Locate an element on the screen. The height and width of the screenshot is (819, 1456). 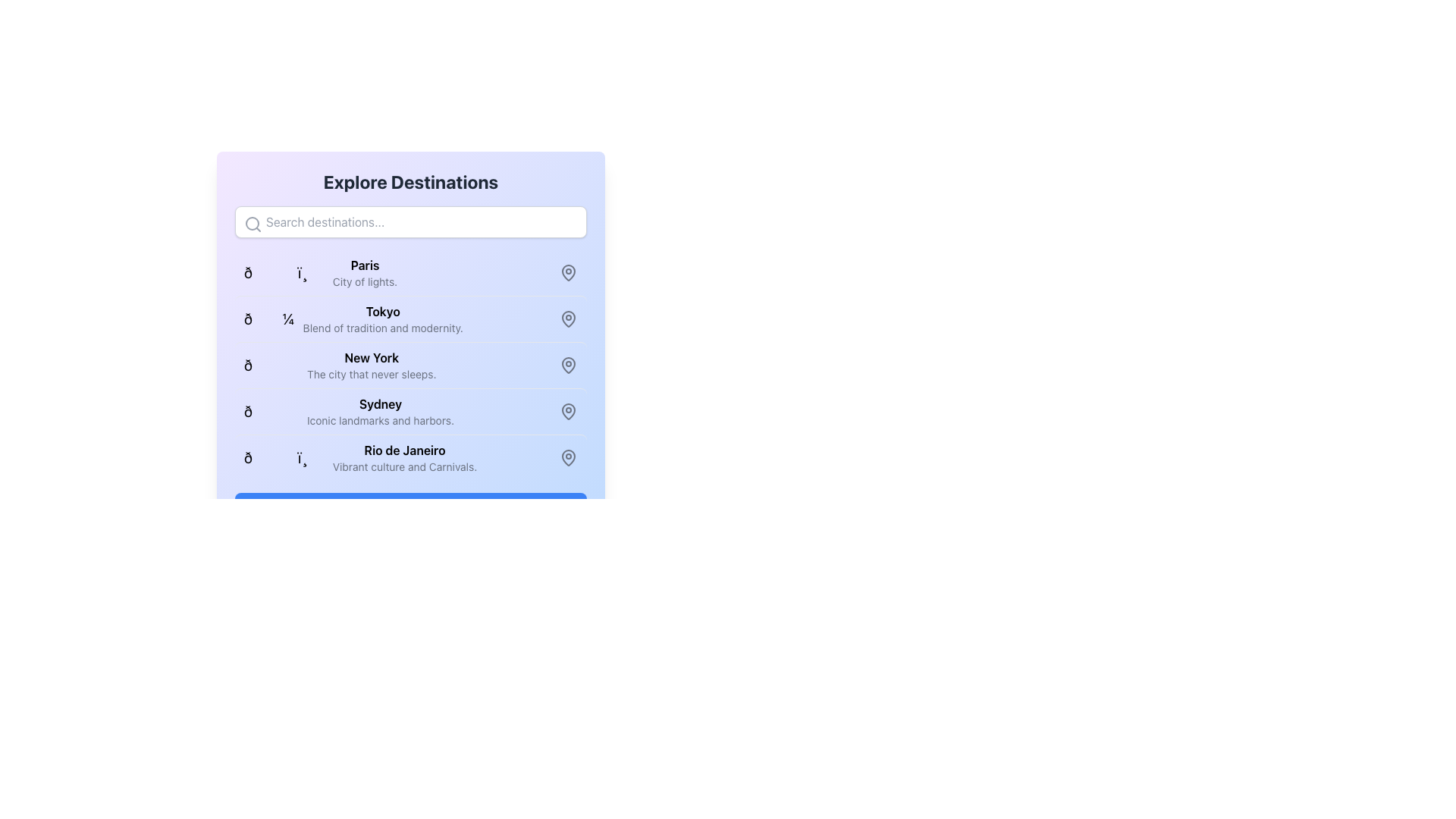
the list item for 'Rio de Janeiro', which features an emoji and descriptive text, located in the fifth row of the destination list is located at coordinates (359, 457).